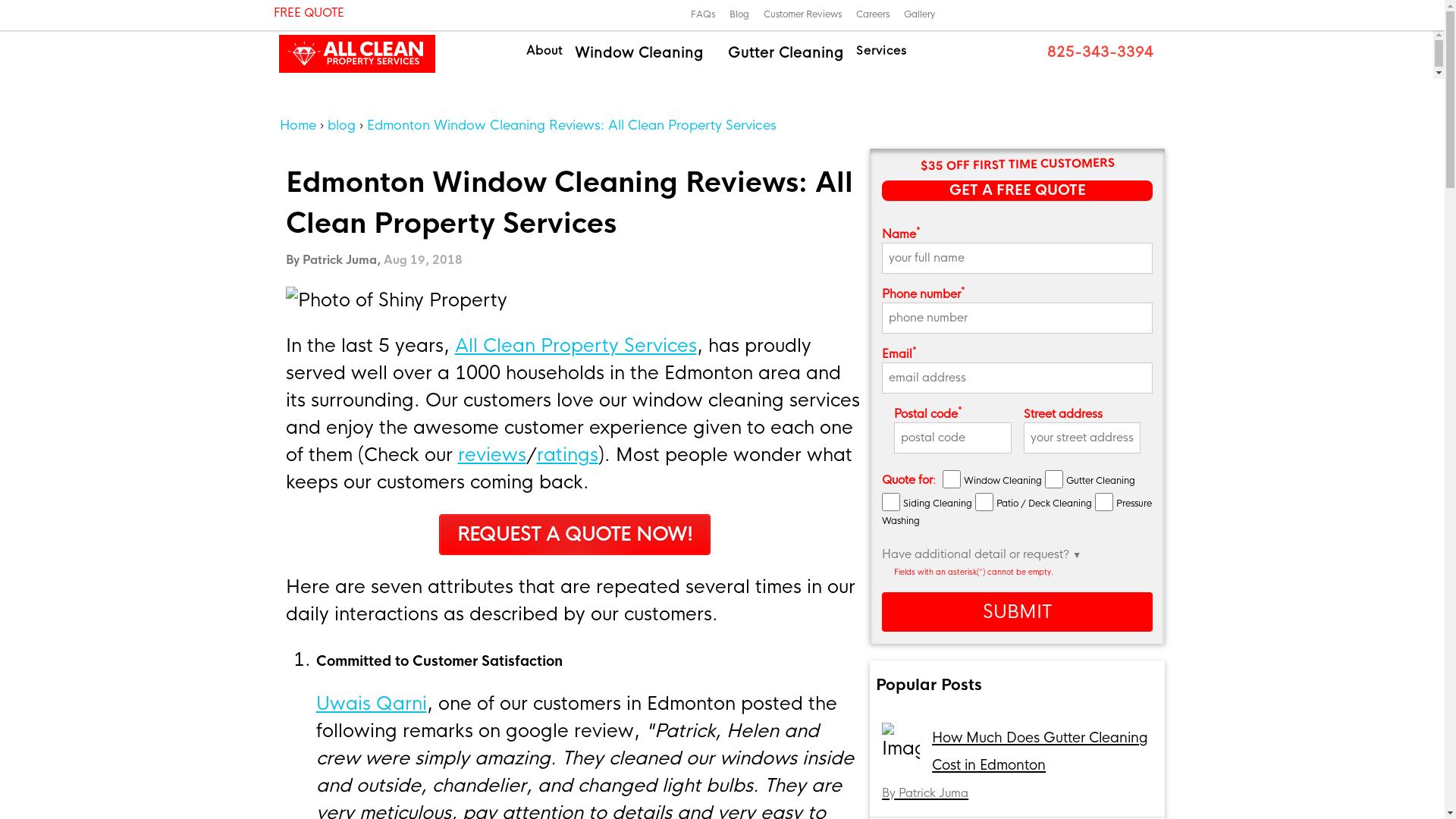  I want to click on ' 825-343-3394', so click(1097, 52).